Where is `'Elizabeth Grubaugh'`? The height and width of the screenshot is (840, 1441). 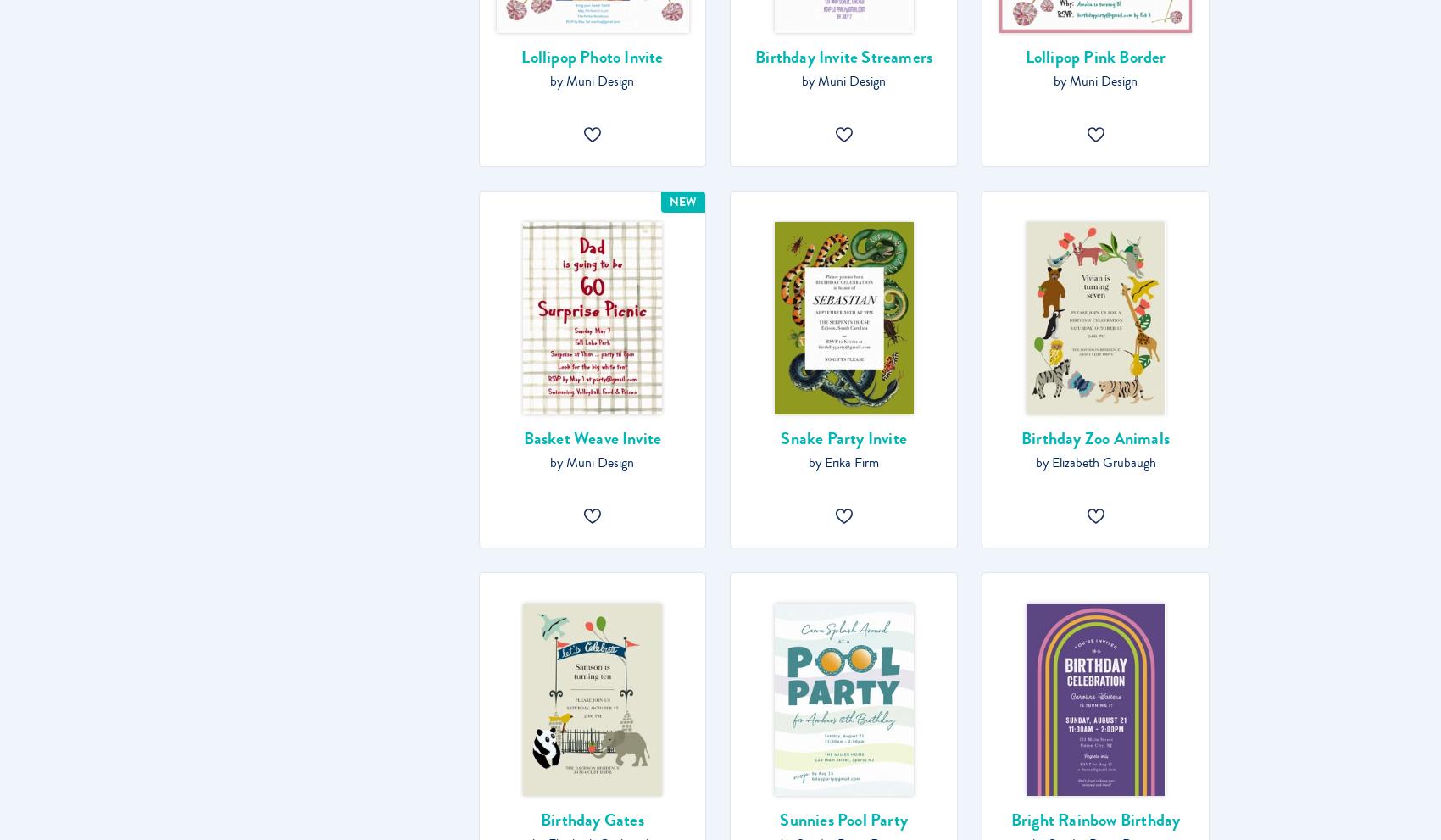
'Elizabeth Grubaugh' is located at coordinates (1103, 462).